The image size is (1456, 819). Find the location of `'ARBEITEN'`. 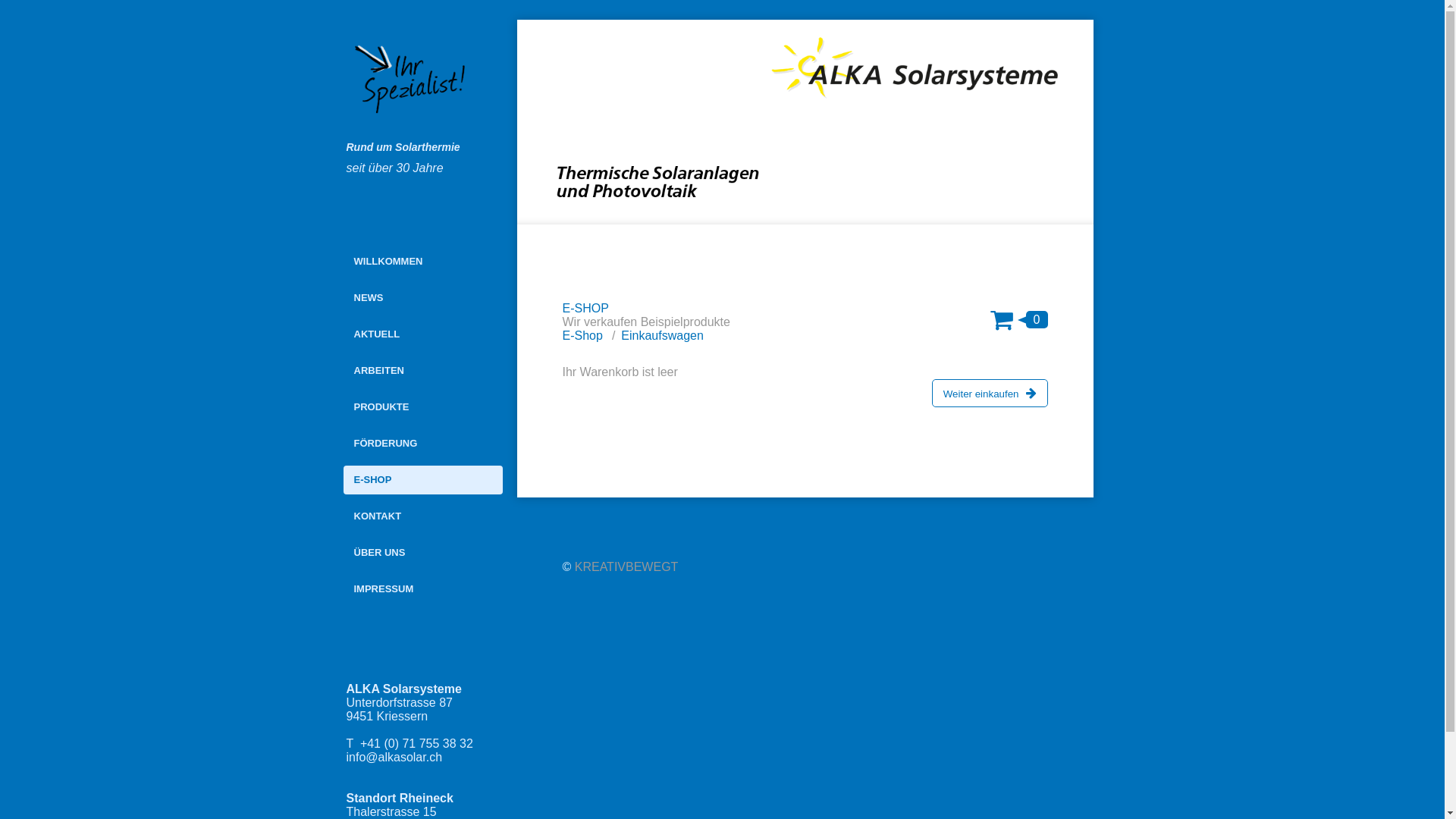

'ARBEITEN' is located at coordinates (422, 371).